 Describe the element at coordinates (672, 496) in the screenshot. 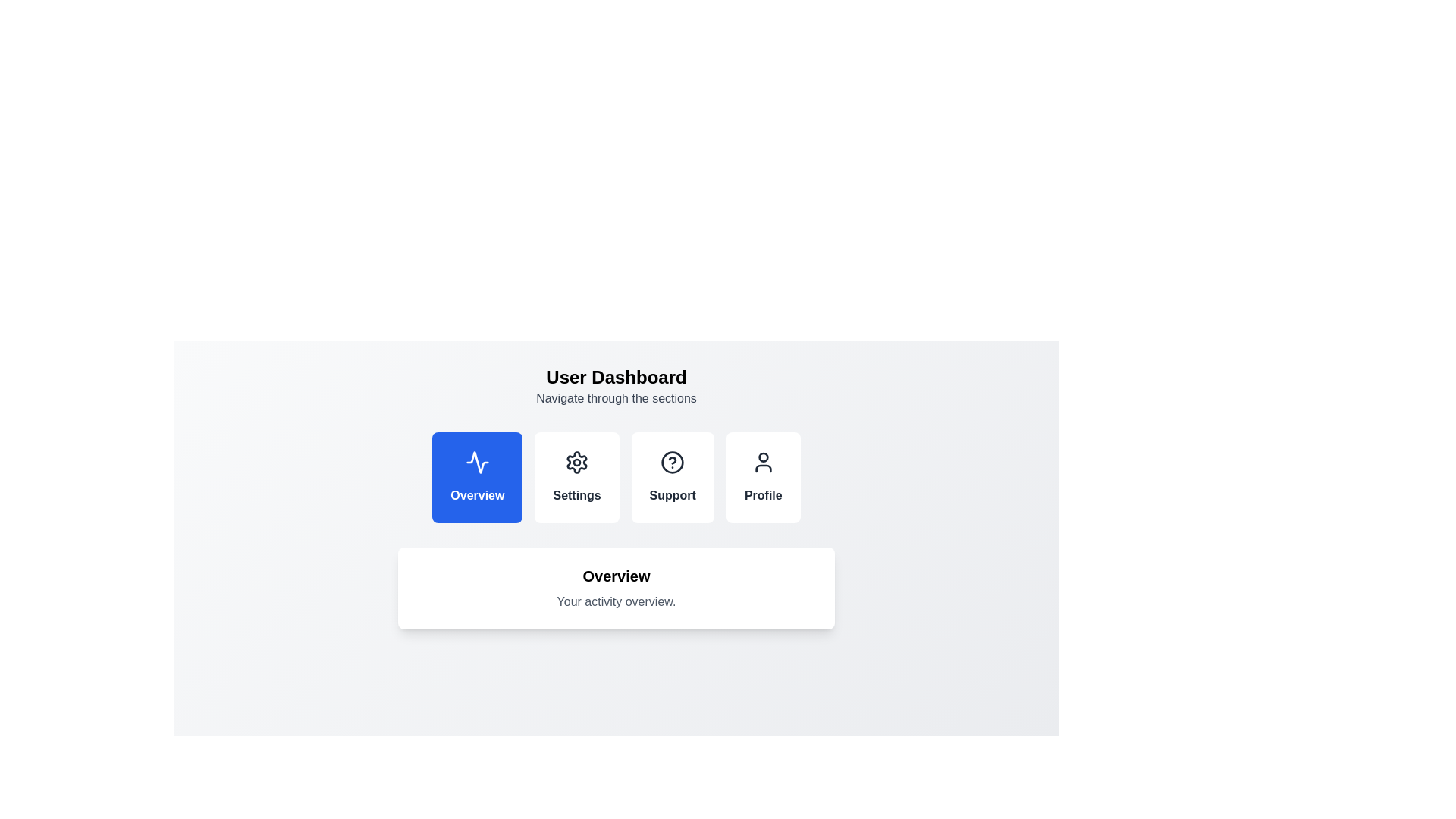

I see `text label displaying 'Support' located beneath a circular question mark icon in the third card` at that location.